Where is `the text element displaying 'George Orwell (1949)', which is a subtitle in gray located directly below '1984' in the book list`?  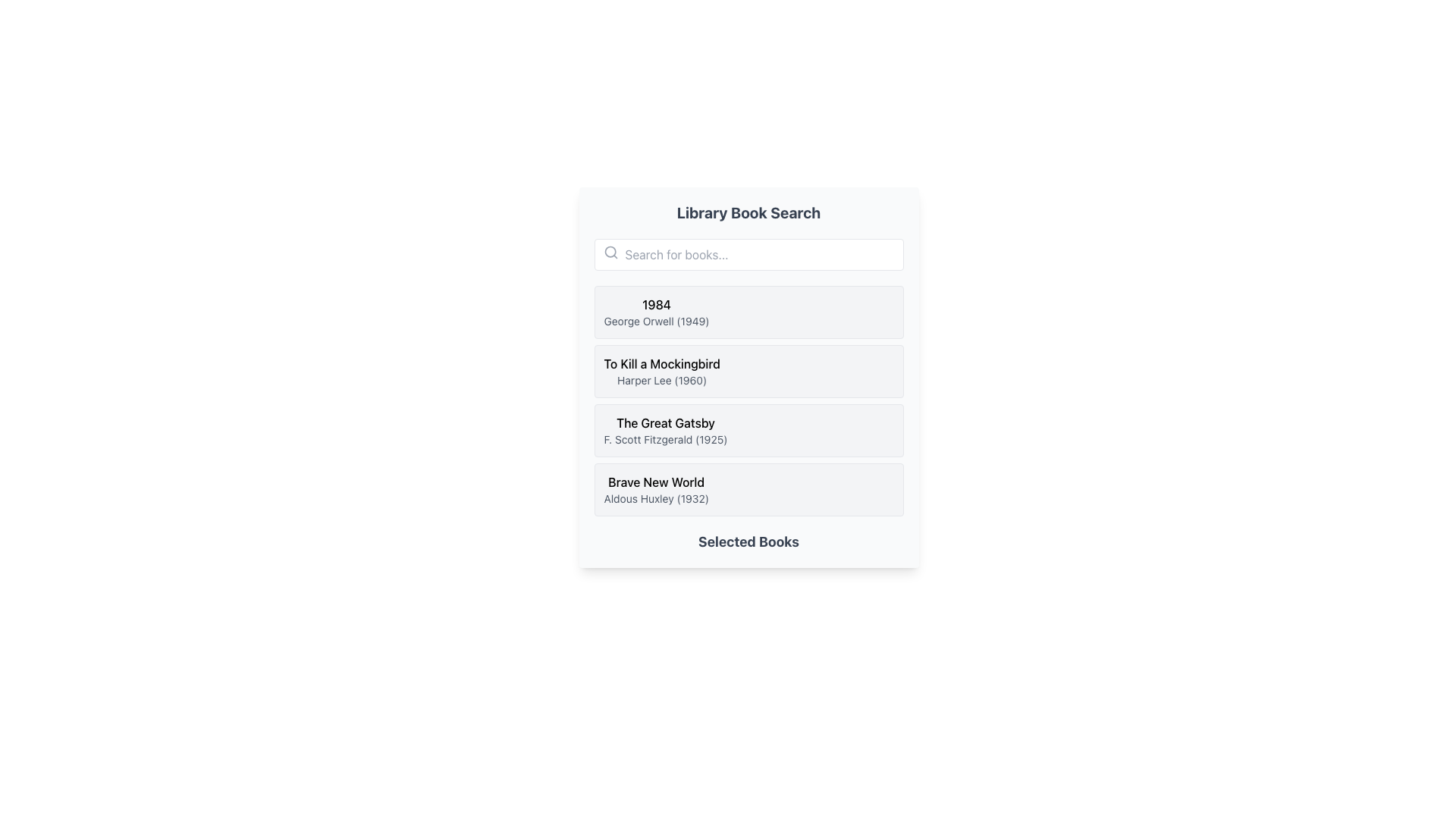 the text element displaying 'George Orwell (1949)', which is a subtitle in gray located directly below '1984' in the book list is located at coordinates (657, 321).